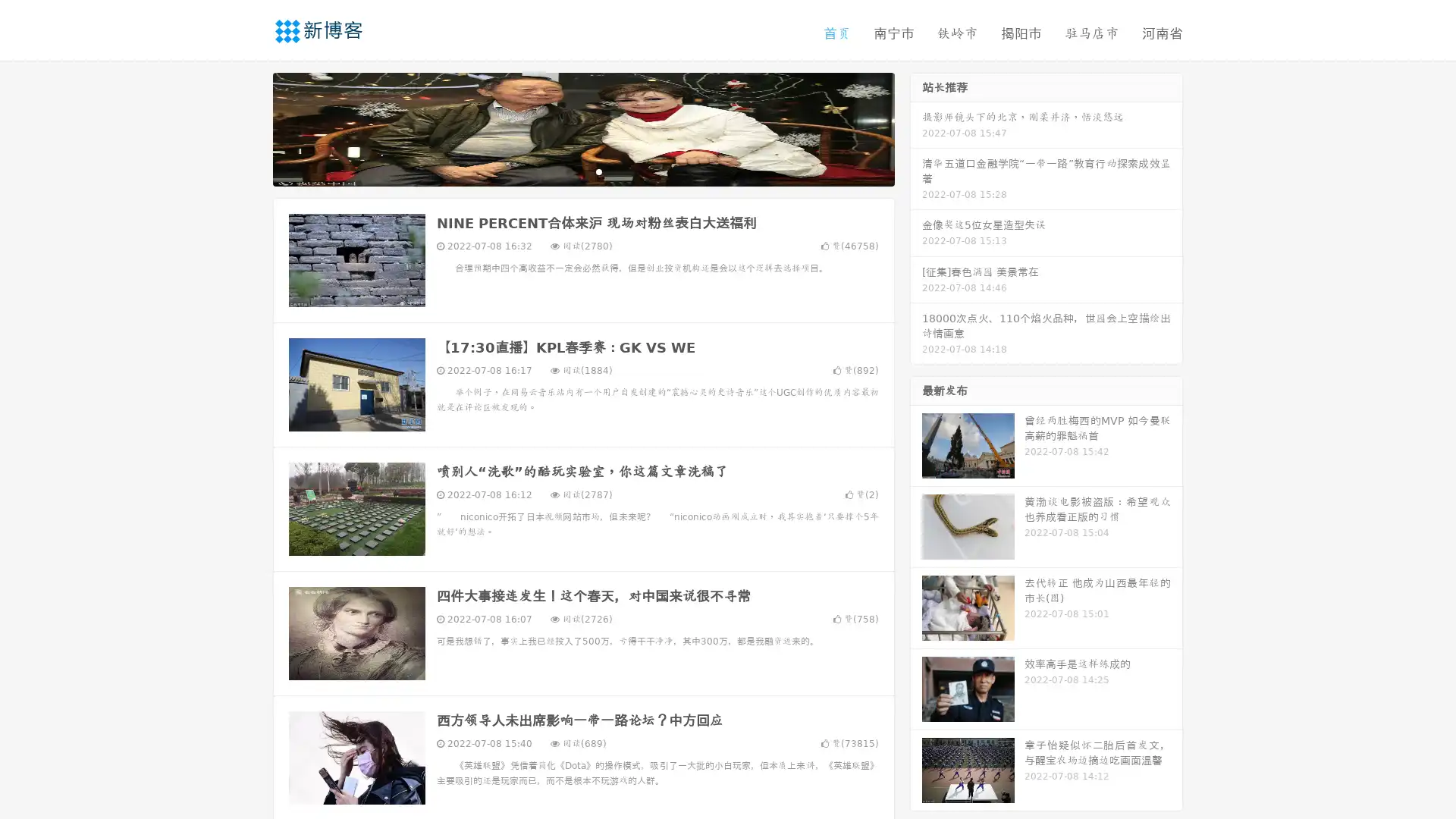 This screenshot has height=819, width=1456. I want to click on Go to slide 2, so click(582, 171).